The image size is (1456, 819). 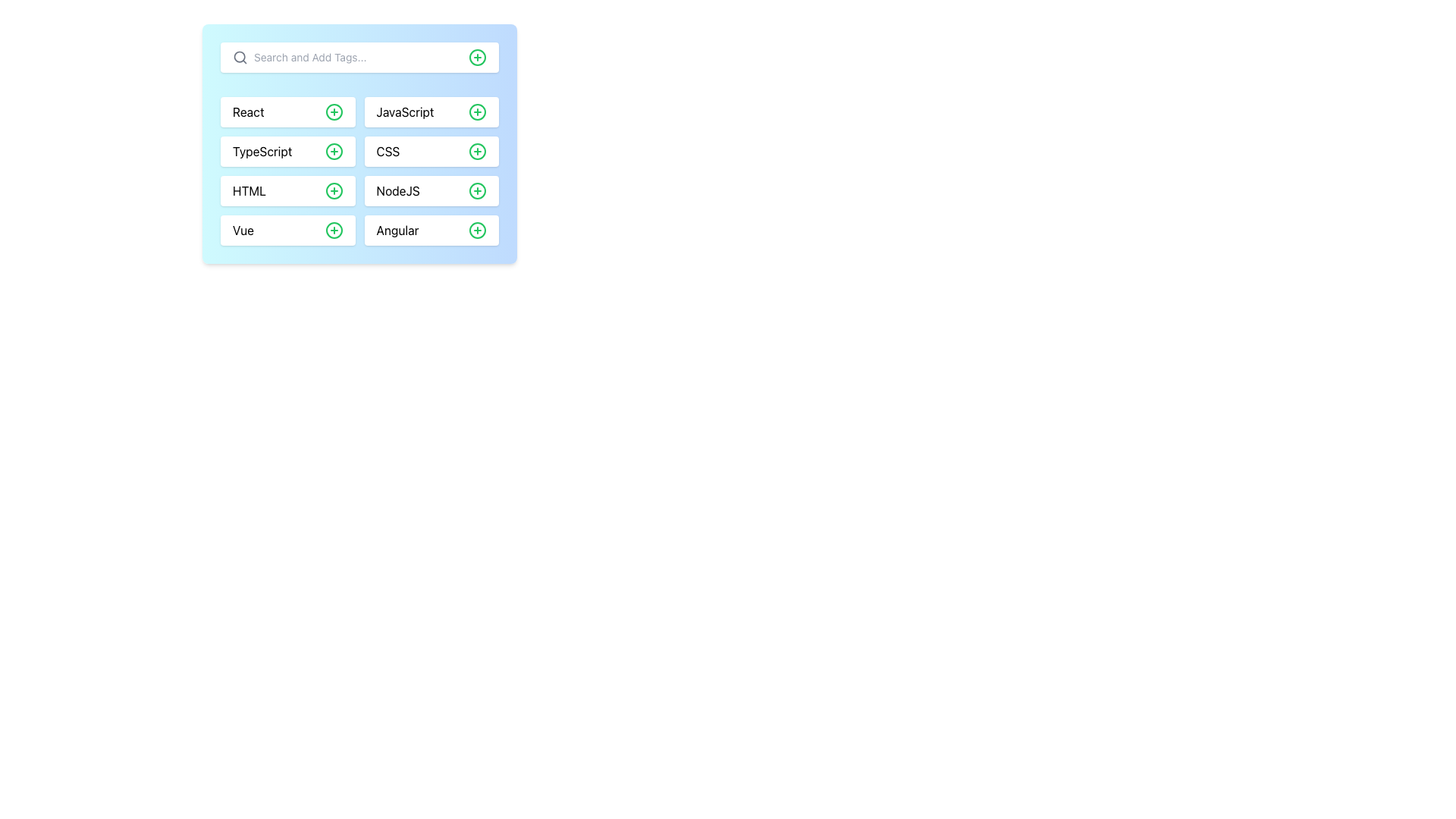 What do you see at coordinates (243, 231) in the screenshot?
I see `the text label 'Vue' displayed in bold black font, which is part of a selectable button with a white background and rounded corners, located in the bottom-left corner of the grid layout` at bounding box center [243, 231].